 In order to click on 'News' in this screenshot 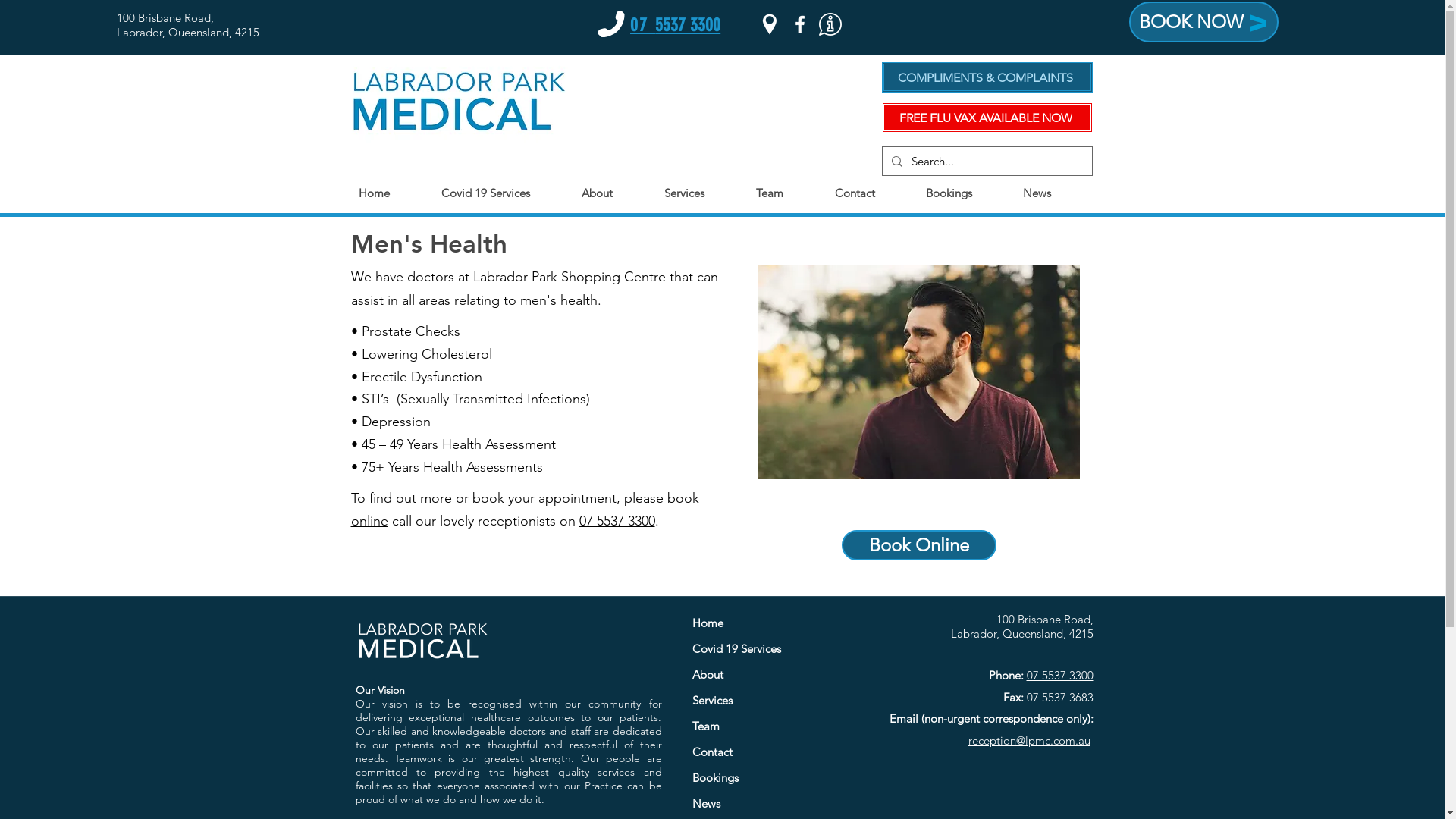, I will do `click(766, 803)`.